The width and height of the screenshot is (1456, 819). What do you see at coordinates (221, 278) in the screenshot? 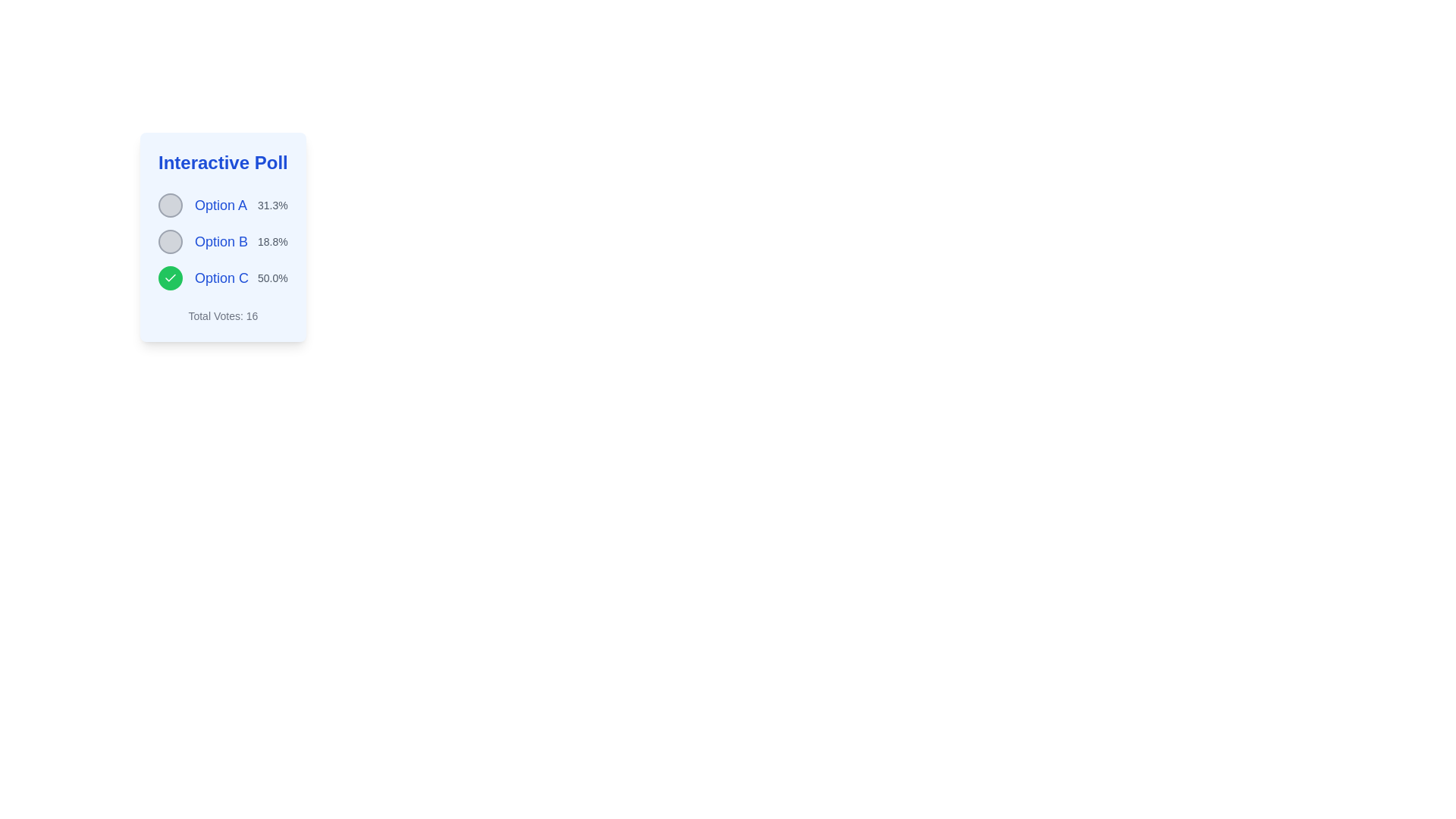
I see `text content of the label displaying 'Option C', which is styled in bold blue font and indicates the selected option in the poll` at bounding box center [221, 278].